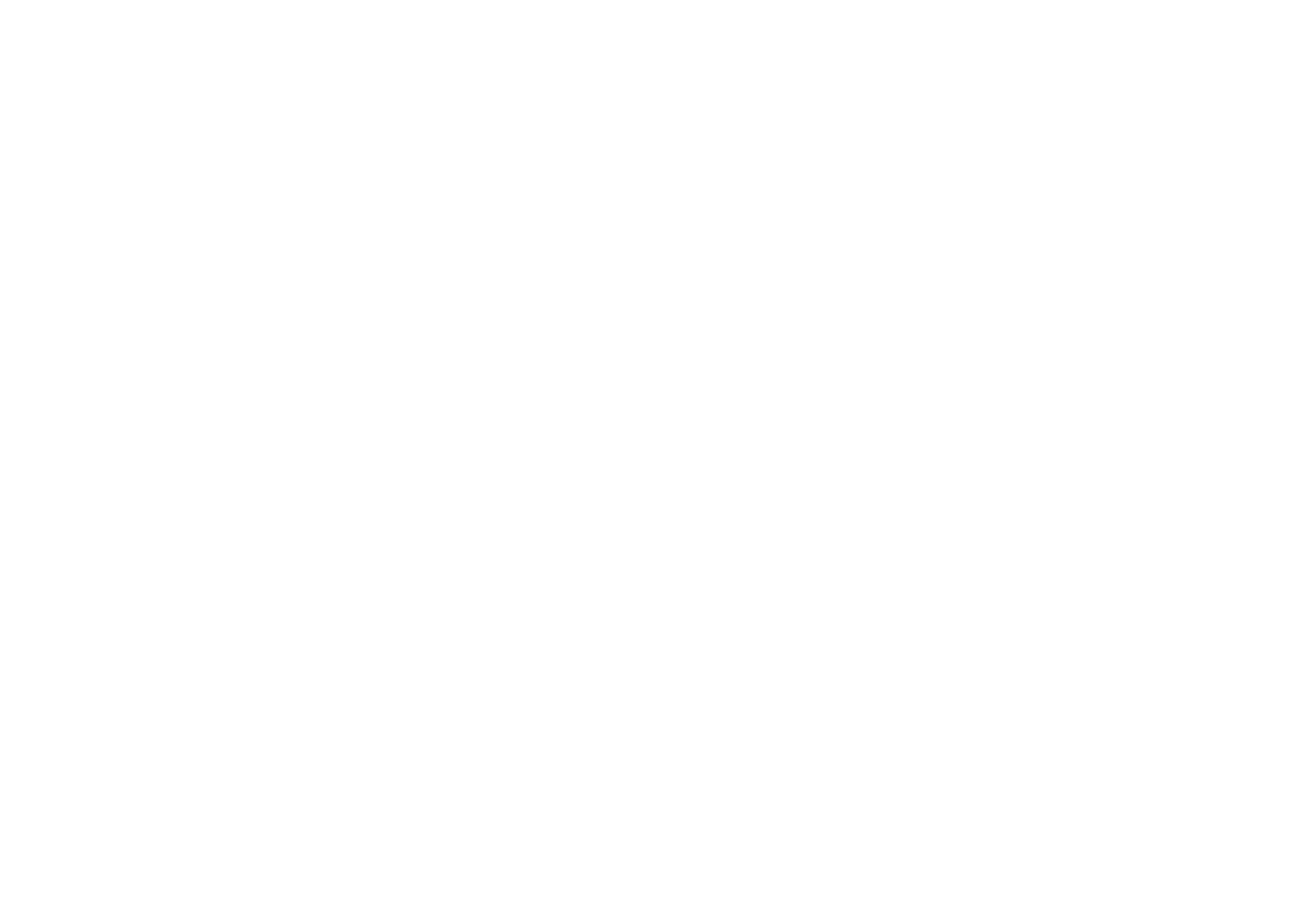 The height and width of the screenshot is (909, 1316). Describe the element at coordinates (741, 353) in the screenshot. I see `'8'` at that location.